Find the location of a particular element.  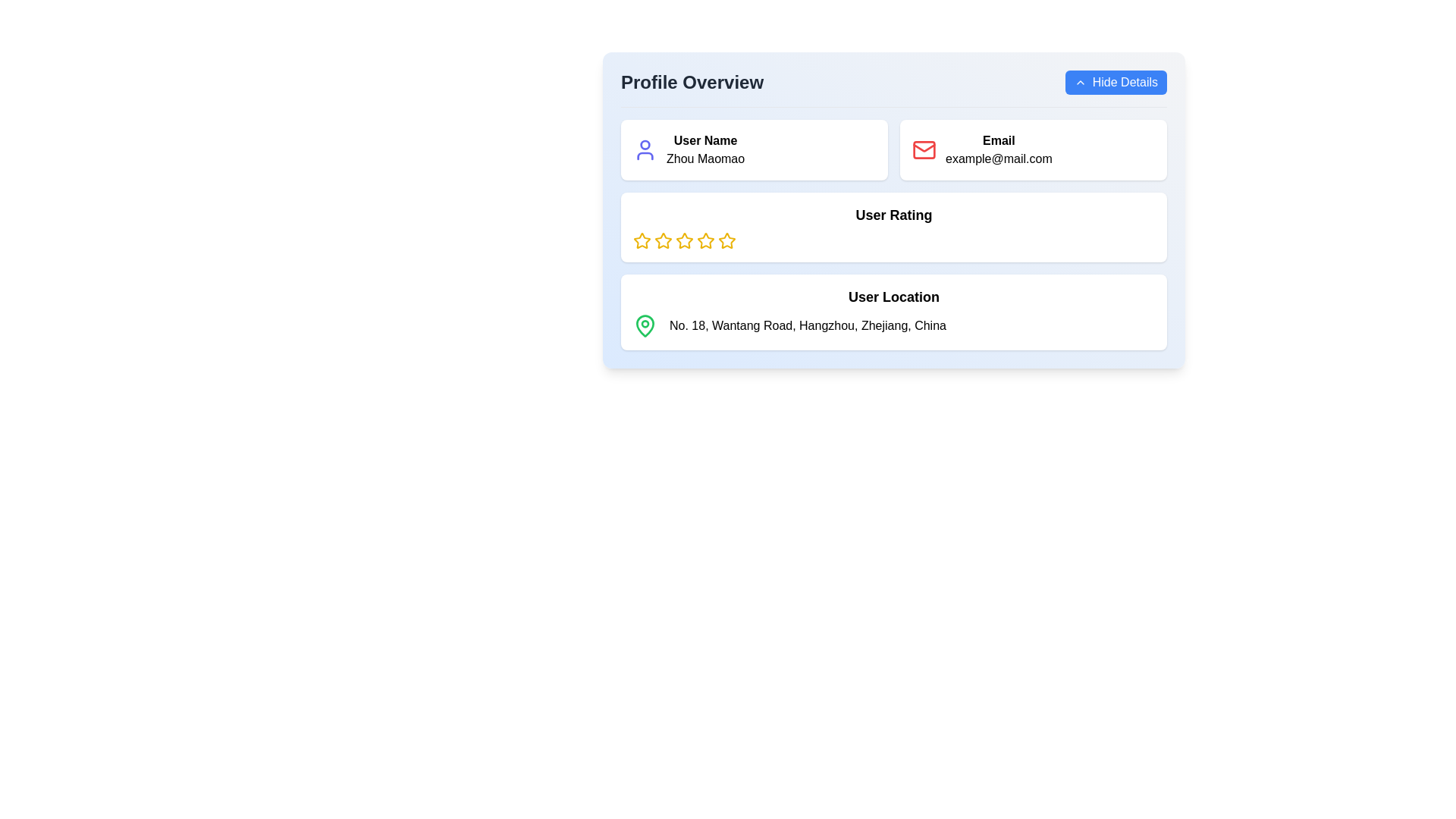

the user icon located at the top left of the section containing the text 'User Name Zhou Maomao' for further actions is located at coordinates (645, 149).